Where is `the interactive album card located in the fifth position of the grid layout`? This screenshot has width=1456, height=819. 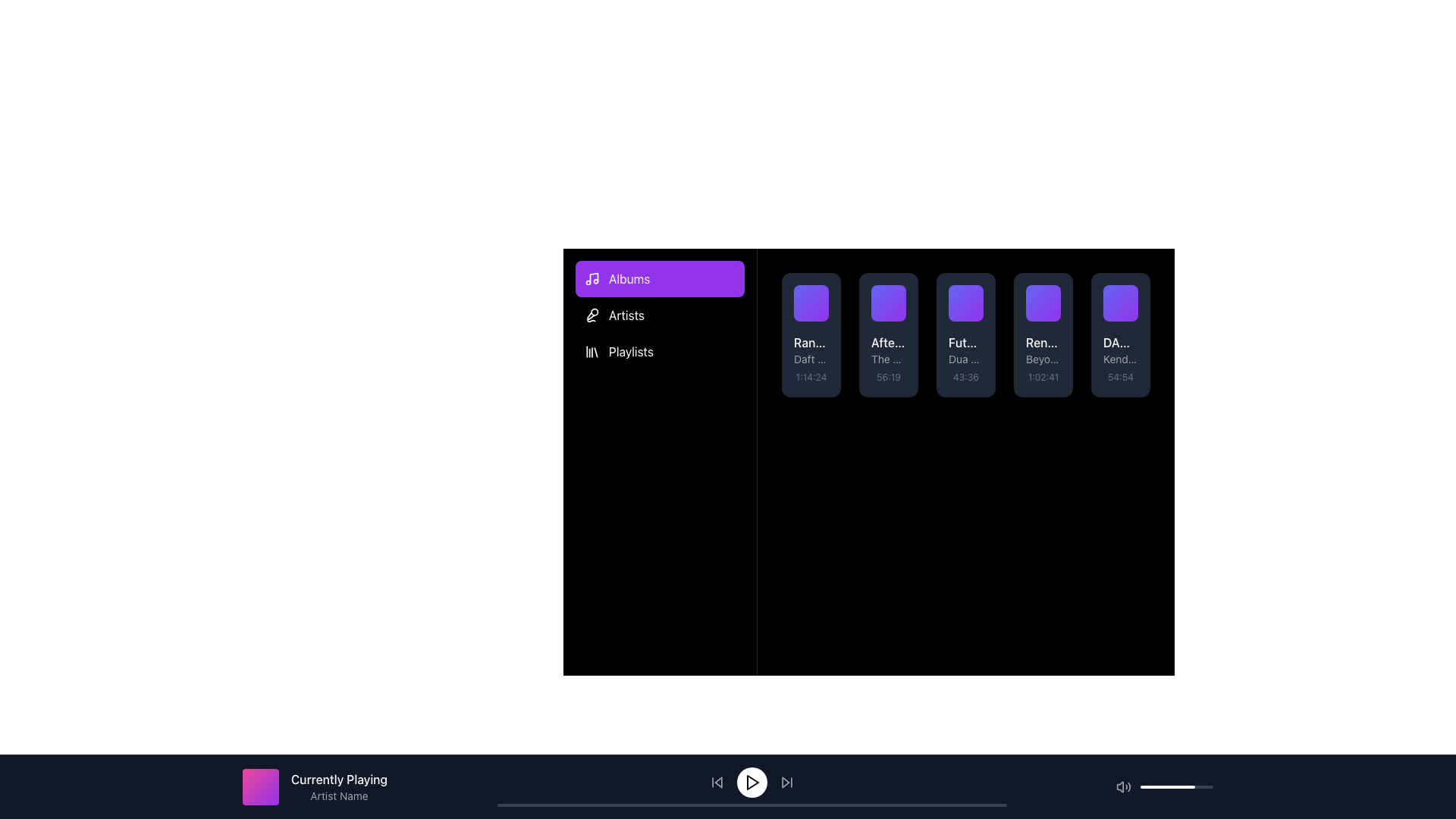 the interactive album card located in the fifth position of the grid layout is located at coordinates (1121, 334).